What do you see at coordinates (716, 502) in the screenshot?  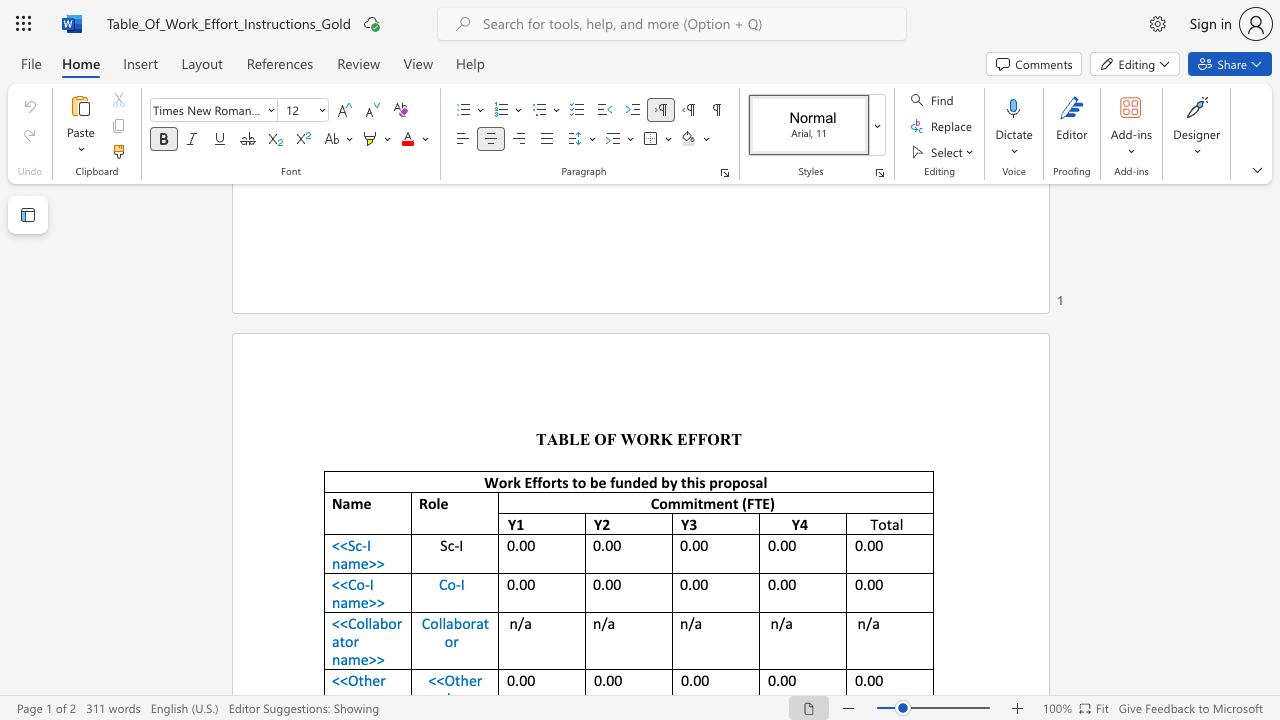 I see `the subset text "ent (FTE)" within the text "Commitment (FTE)"` at bounding box center [716, 502].